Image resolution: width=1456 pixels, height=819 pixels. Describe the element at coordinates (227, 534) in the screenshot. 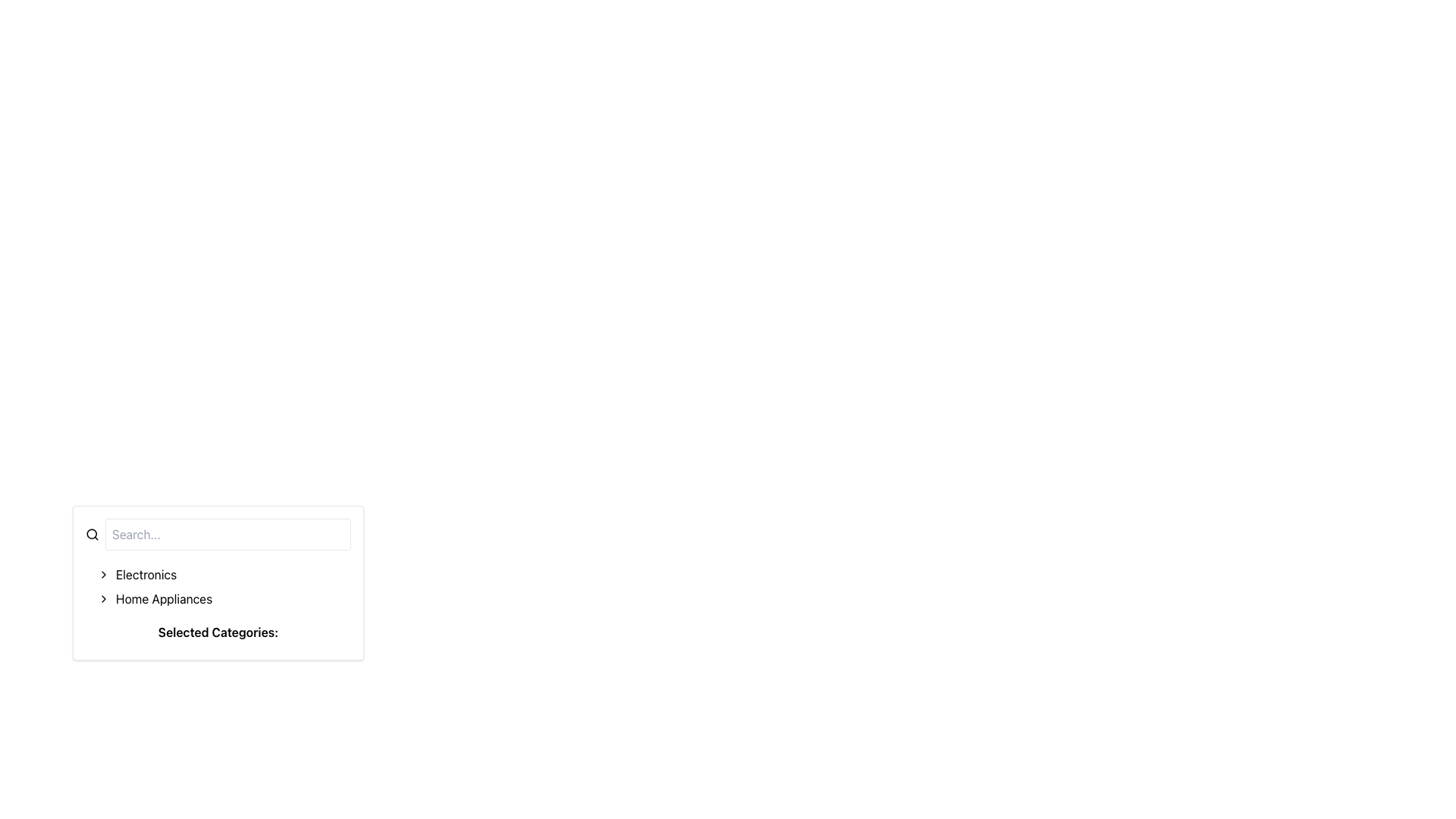

I see `the text input field styled with a border and rounded corners` at that location.